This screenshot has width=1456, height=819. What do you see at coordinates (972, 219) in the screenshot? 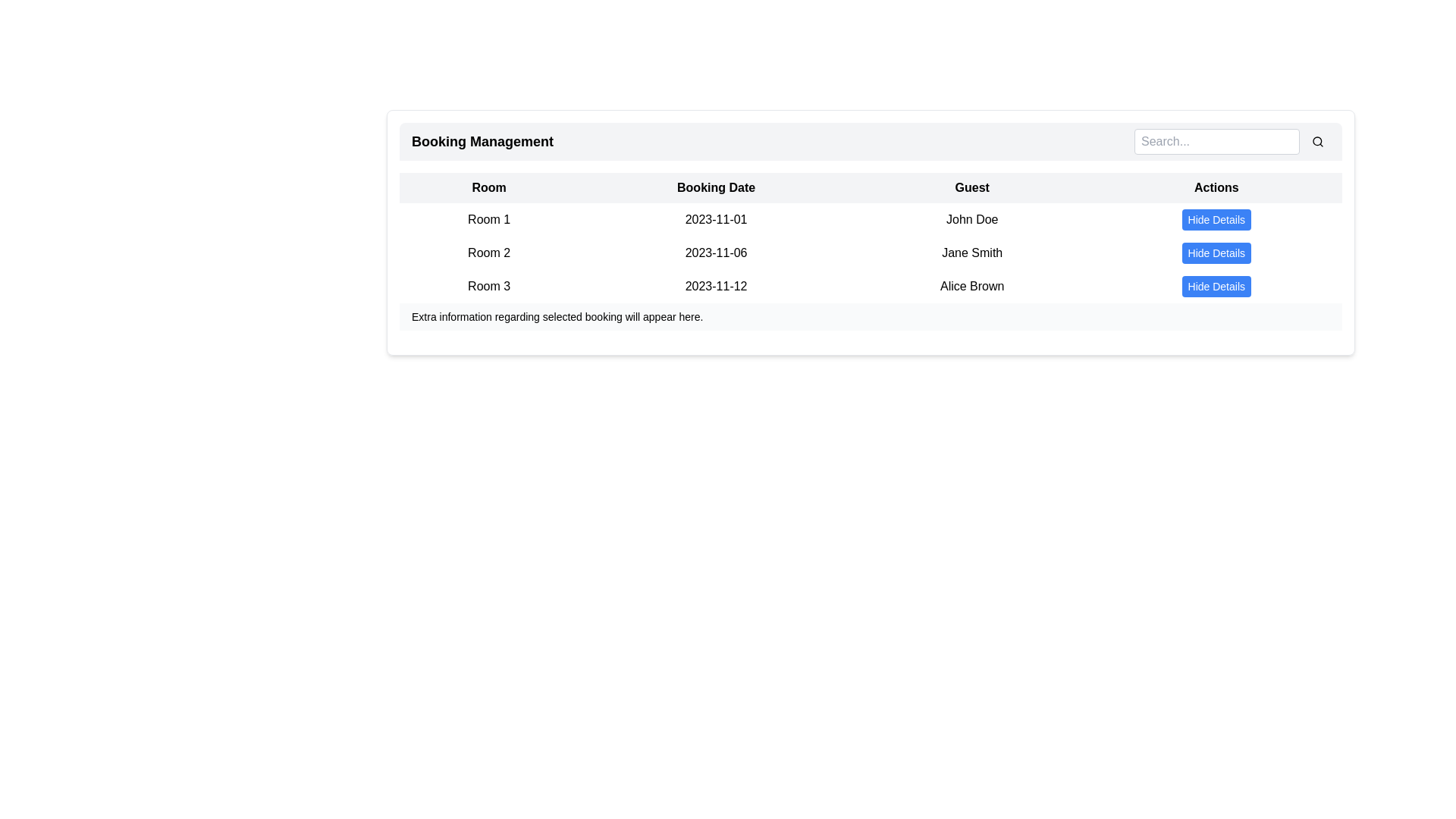
I see `the static text element displaying 'John Doe' in the 'Guest' column of the table, which is located in the first row` at bounding box center [972, 219].